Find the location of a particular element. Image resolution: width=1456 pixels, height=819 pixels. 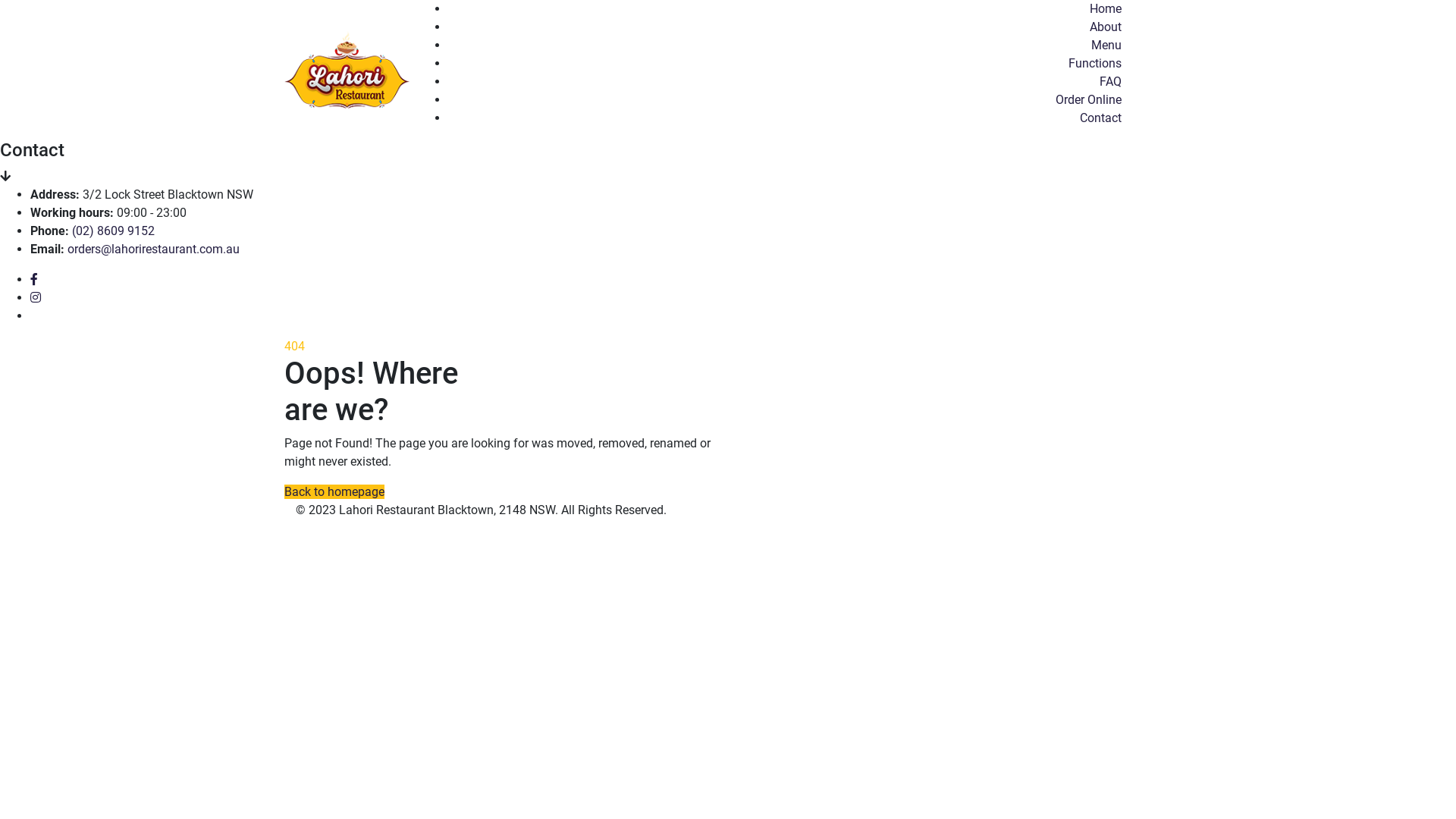

'Order Online' is located at coordinates (1087, 99).